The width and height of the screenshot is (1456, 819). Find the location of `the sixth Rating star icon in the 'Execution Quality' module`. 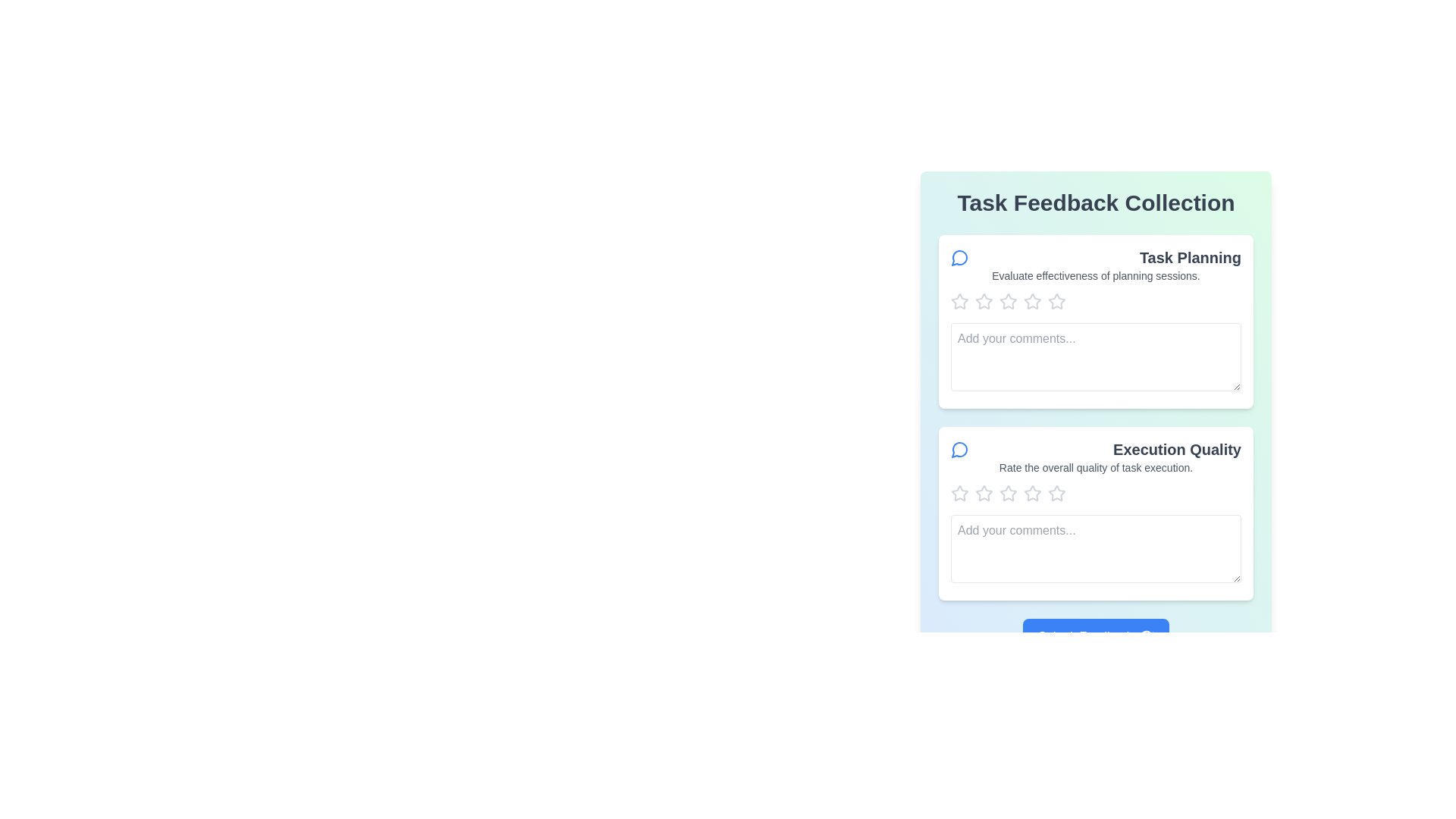

the sixth Rating star icon in the 'Execution Quality' module is located at coordinates (1032, 494).